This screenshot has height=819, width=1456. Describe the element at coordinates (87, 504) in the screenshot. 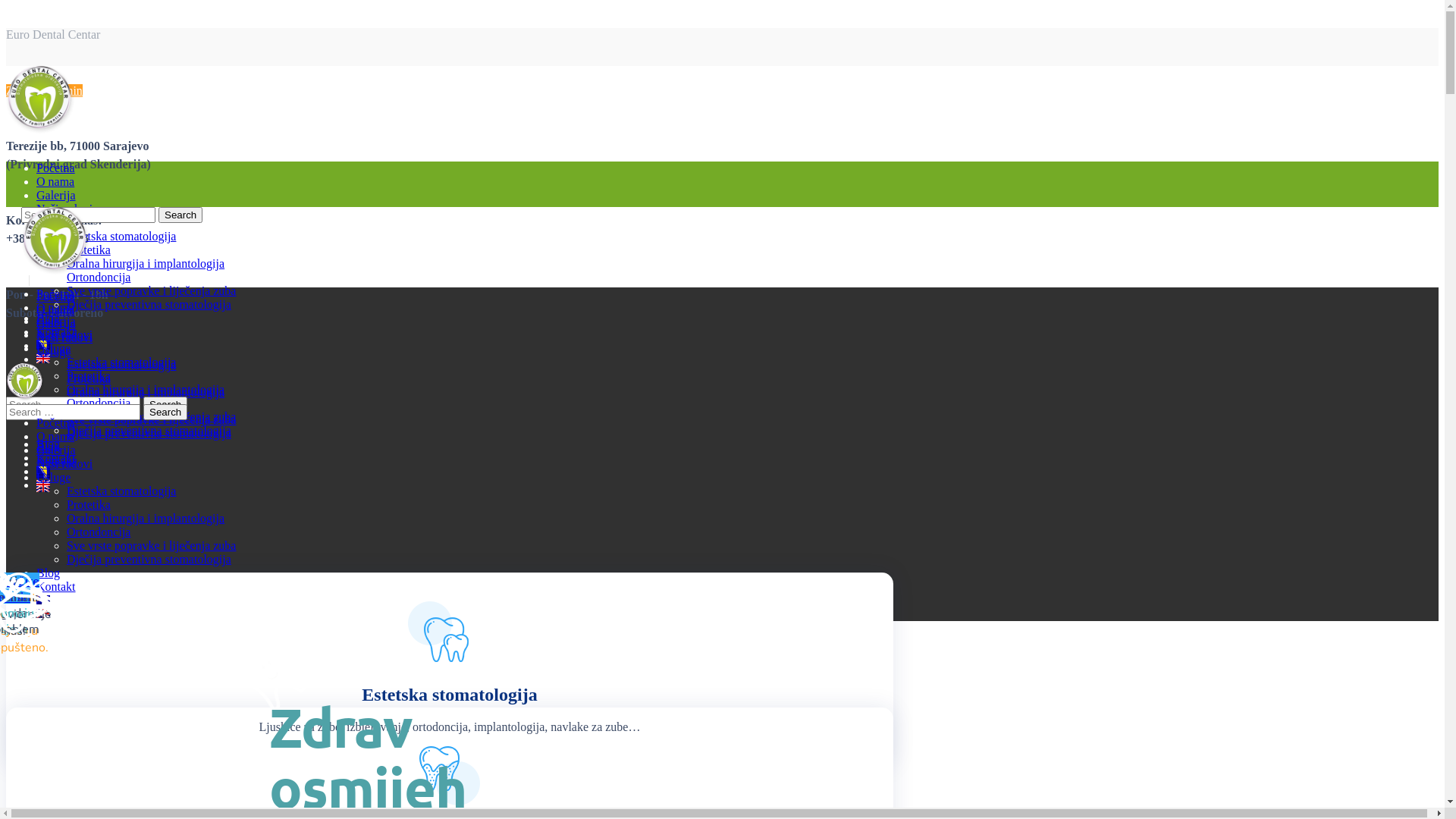

I see `'Protetika'` at that location.